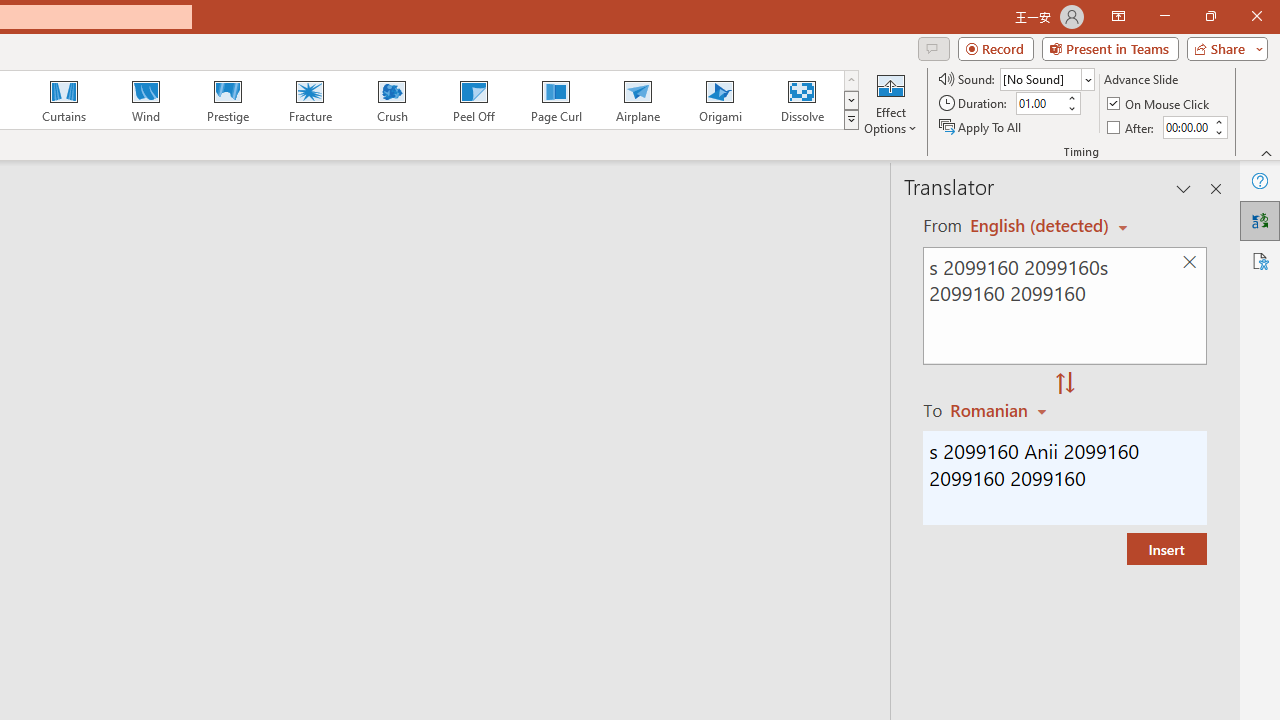 This screenshot has width=1280, height=720. What do you see at coordinates (1159, 103) in the screenshot?
I see `'On Mouse Click'` at bounding box center [1159, 103].